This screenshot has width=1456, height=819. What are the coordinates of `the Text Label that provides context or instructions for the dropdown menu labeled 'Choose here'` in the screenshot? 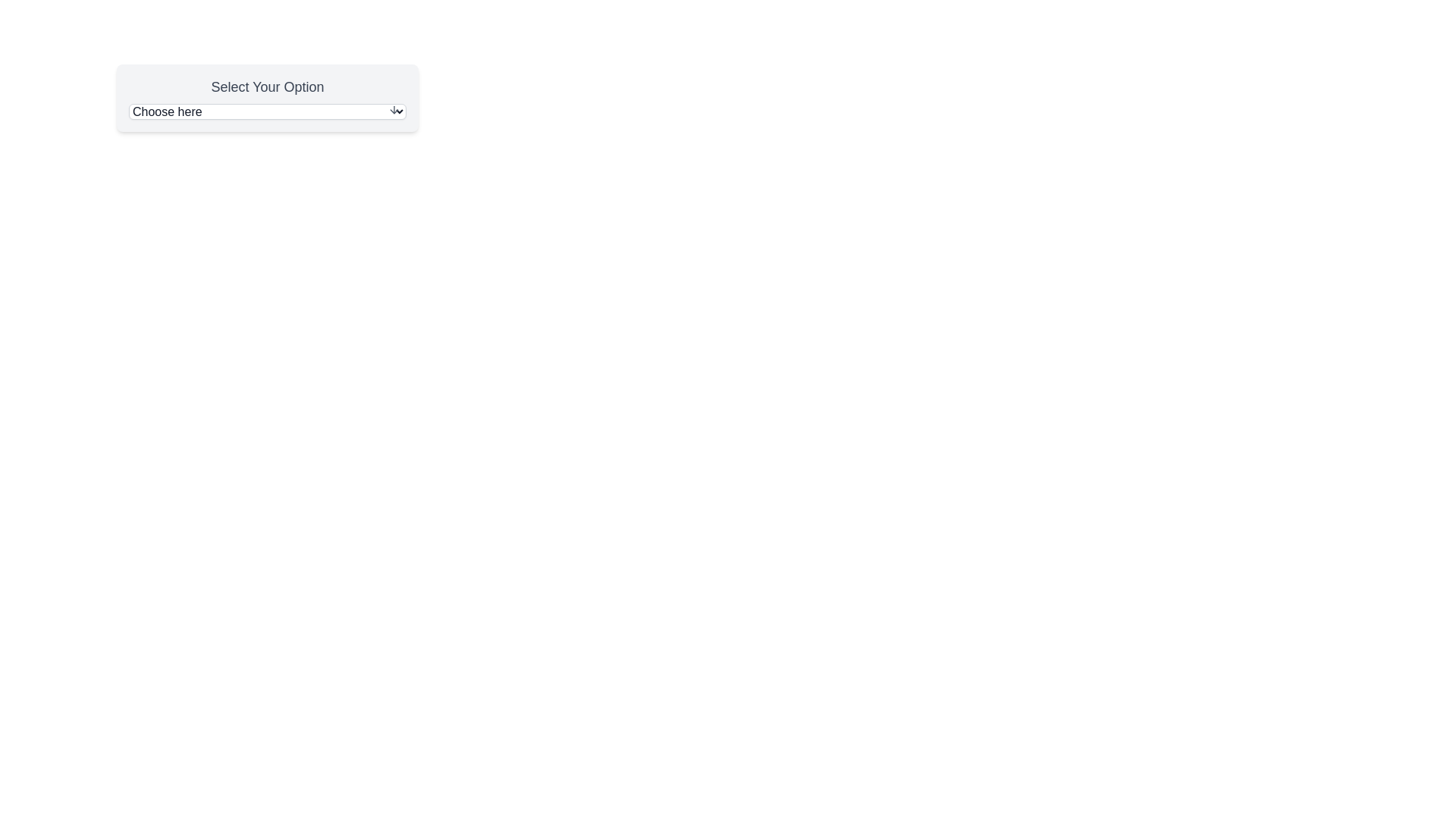 It's located at (268, 87).